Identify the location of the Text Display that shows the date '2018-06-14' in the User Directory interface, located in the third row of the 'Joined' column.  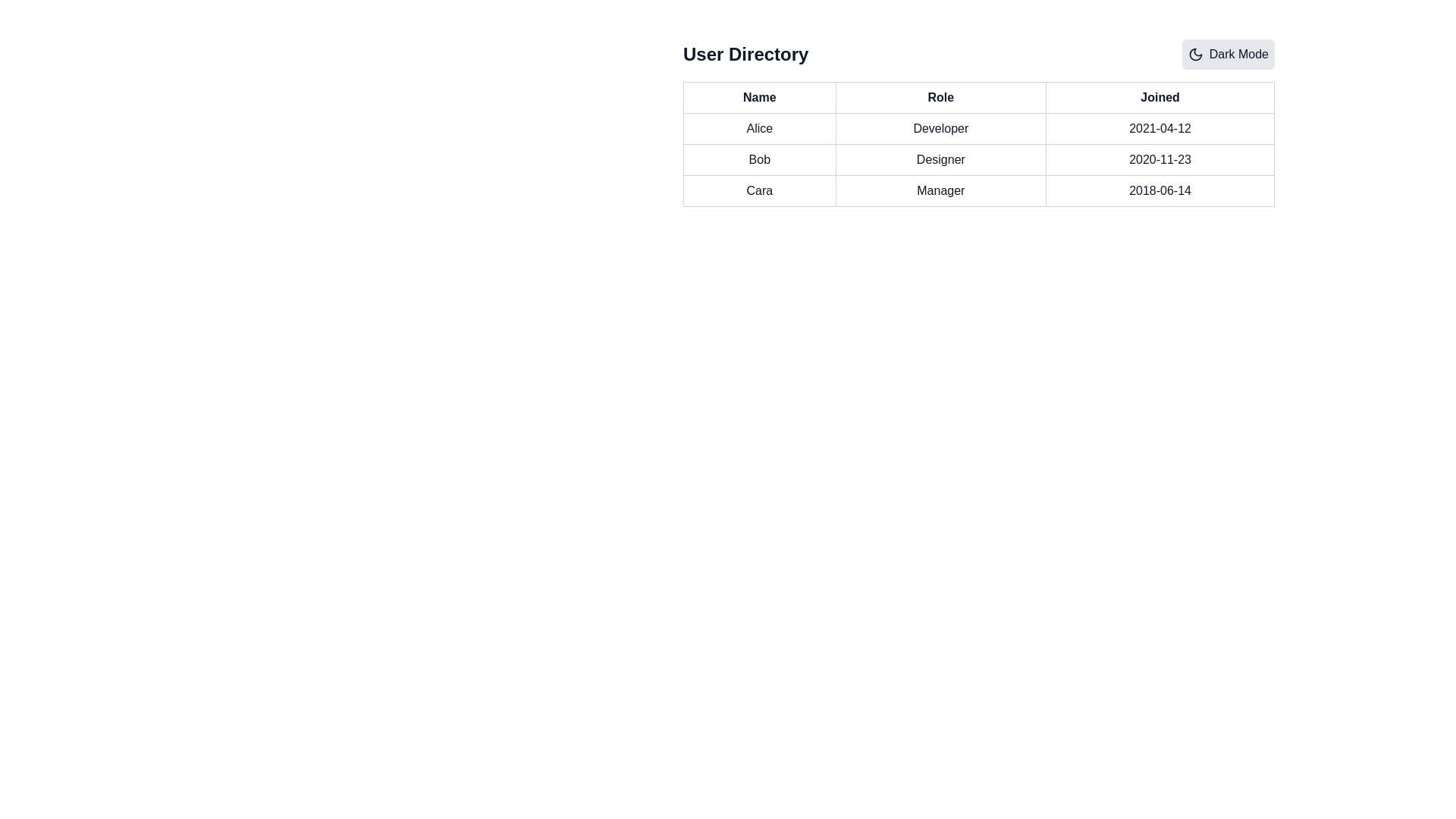
(1159, 190).